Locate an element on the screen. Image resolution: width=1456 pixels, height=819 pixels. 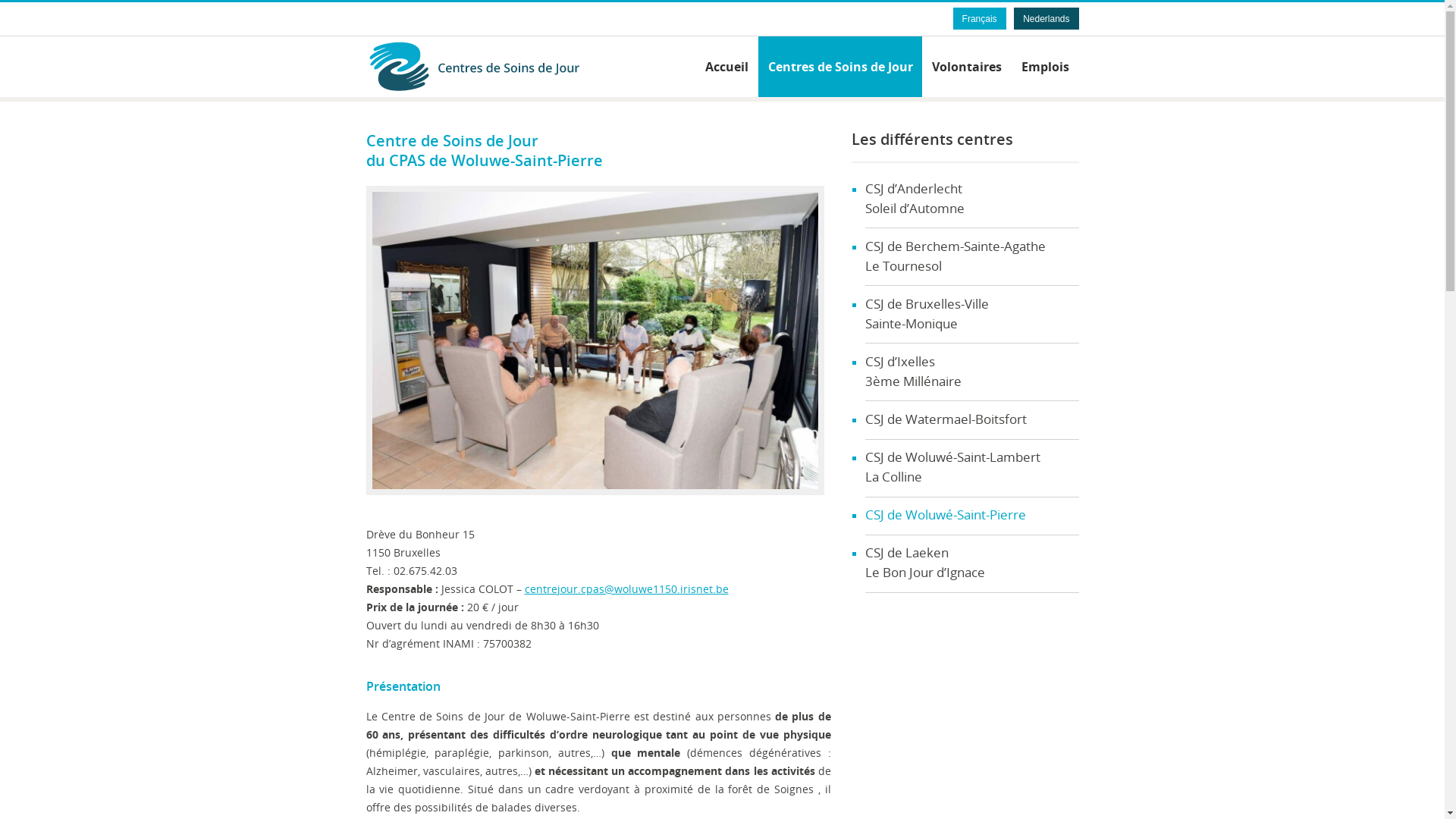
'centrejour.cpas@woluwe1150.irisnet.be' is located at coordinates (524, 588).